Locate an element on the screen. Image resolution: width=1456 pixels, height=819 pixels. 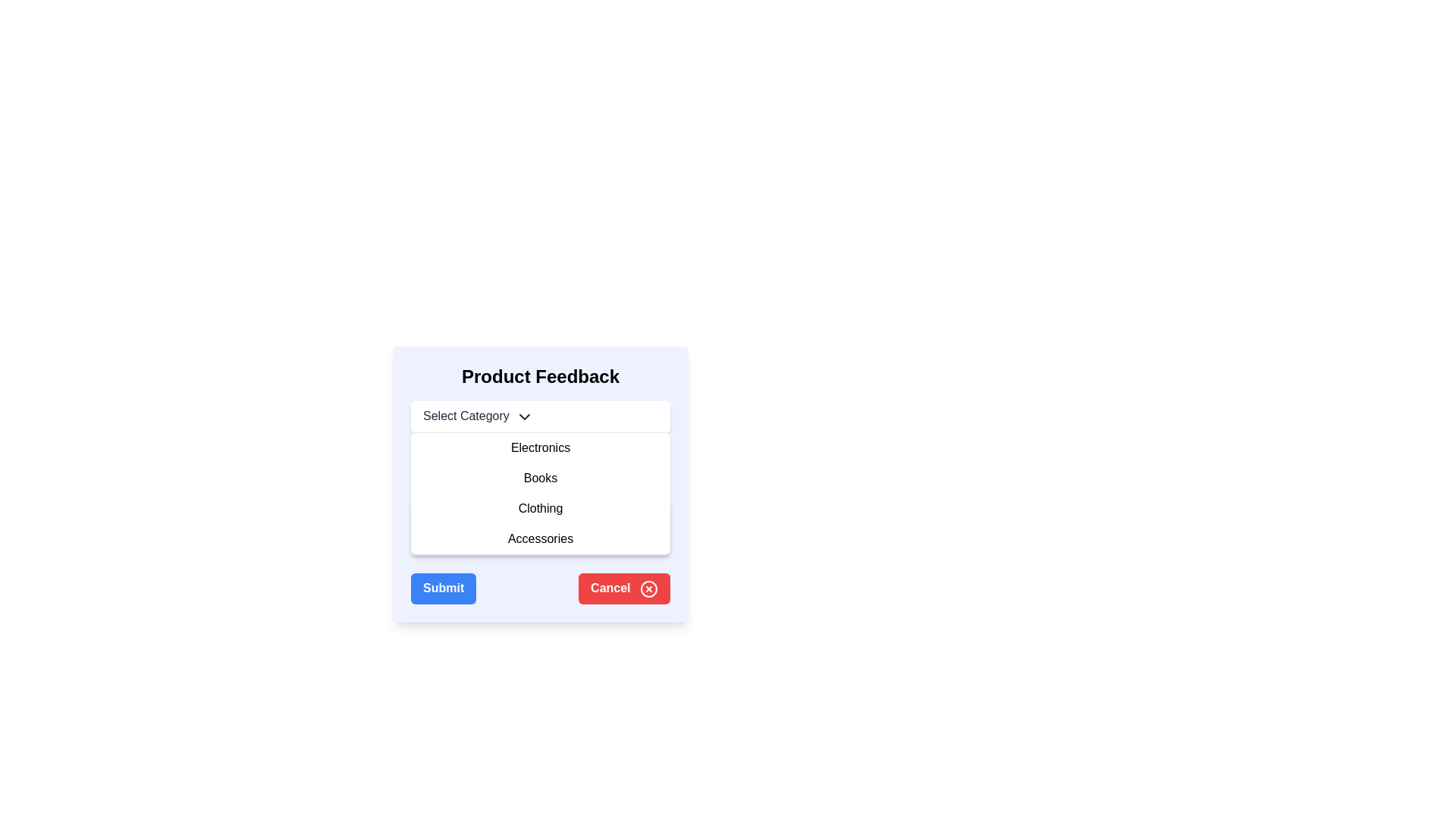
the 'Books' option in the dropdown menu is located at coordinates (541, 493).